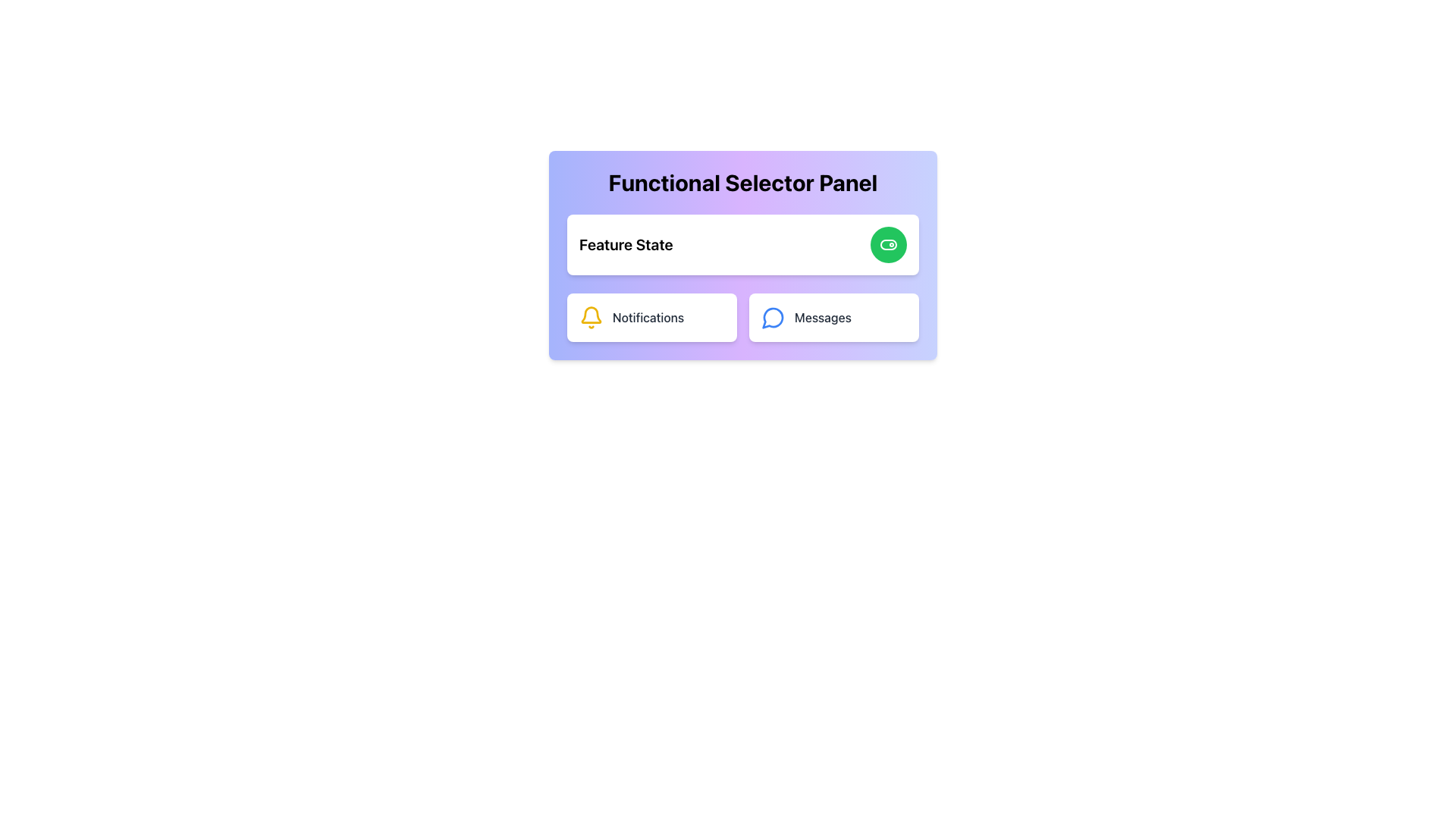 The width and height of the screenshot is (1456, 819). What do you see at coordinates (888, 244) in the screenshot?
I see `the background shape of the toggle switch, which is centrally positioned behind the toggle knob and located in the top-right of the 'Feature State' section` at bounding box center [888, 244].